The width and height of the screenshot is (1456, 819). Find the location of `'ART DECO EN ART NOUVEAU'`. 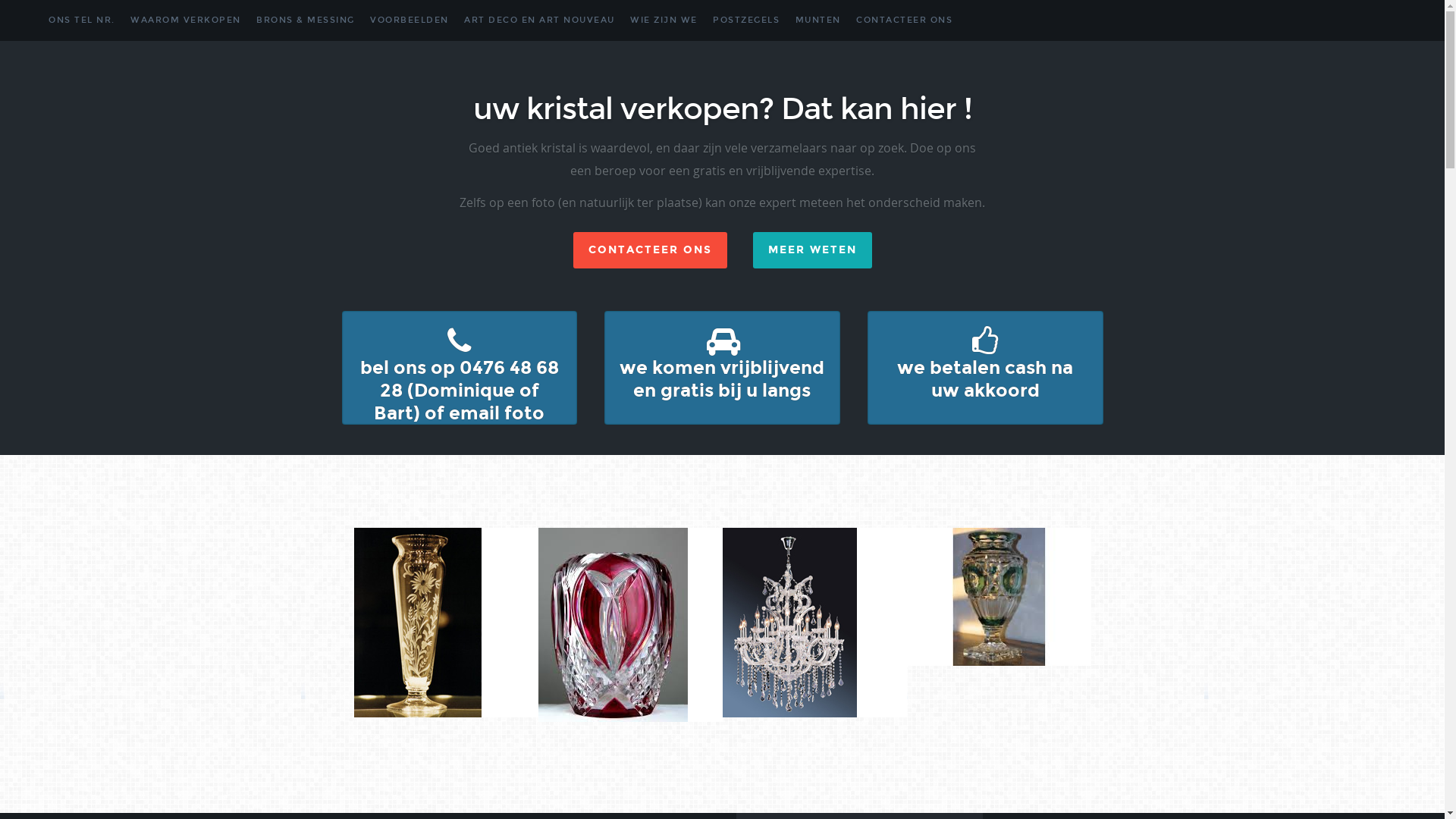

'ART DECO EN ART NOUVEAU' is located at coordinates (457, 20).